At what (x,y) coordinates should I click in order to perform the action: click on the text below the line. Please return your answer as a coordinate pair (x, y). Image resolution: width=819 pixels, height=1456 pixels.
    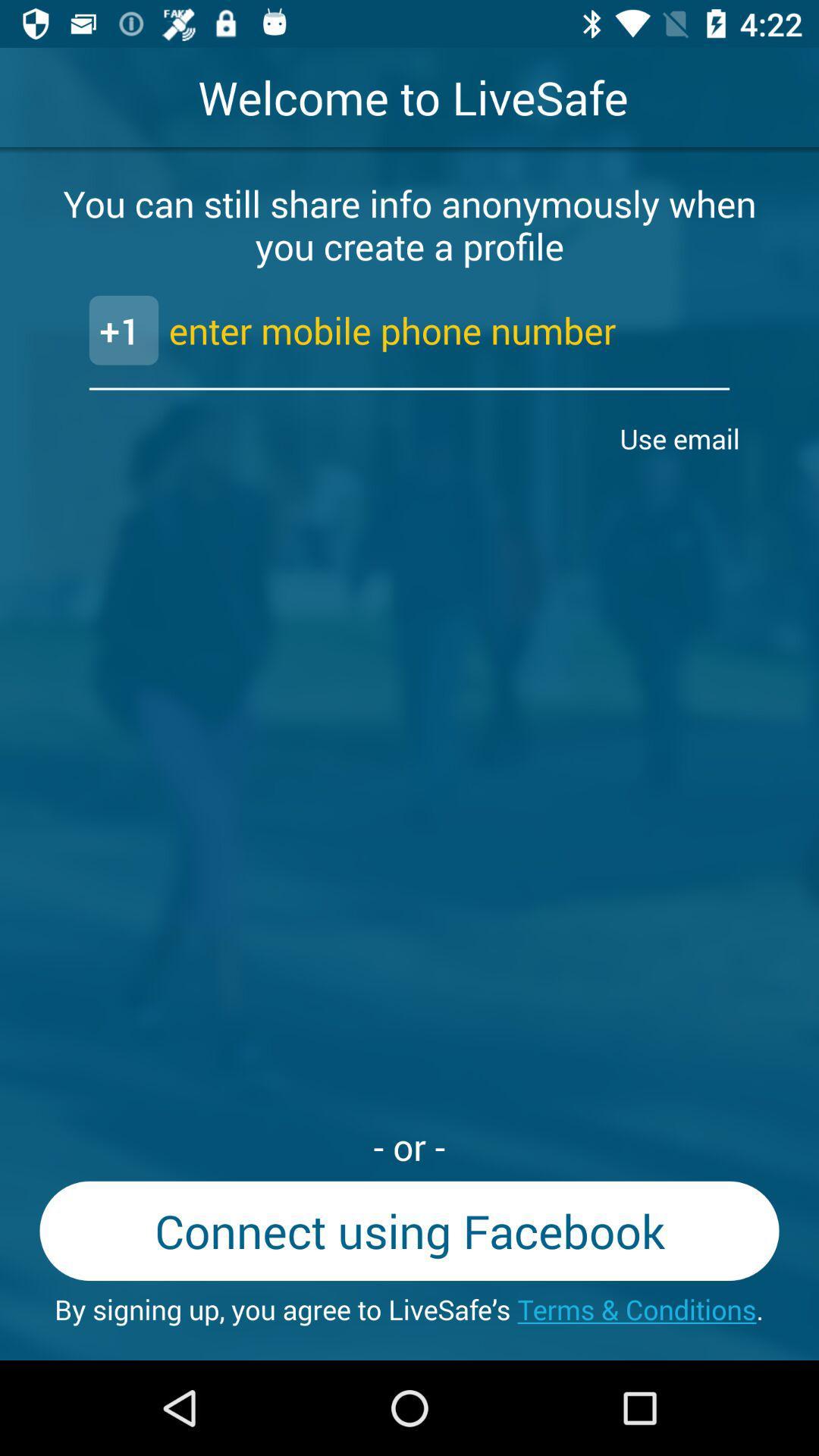
    Looking at the image, I should click on (684, 438).